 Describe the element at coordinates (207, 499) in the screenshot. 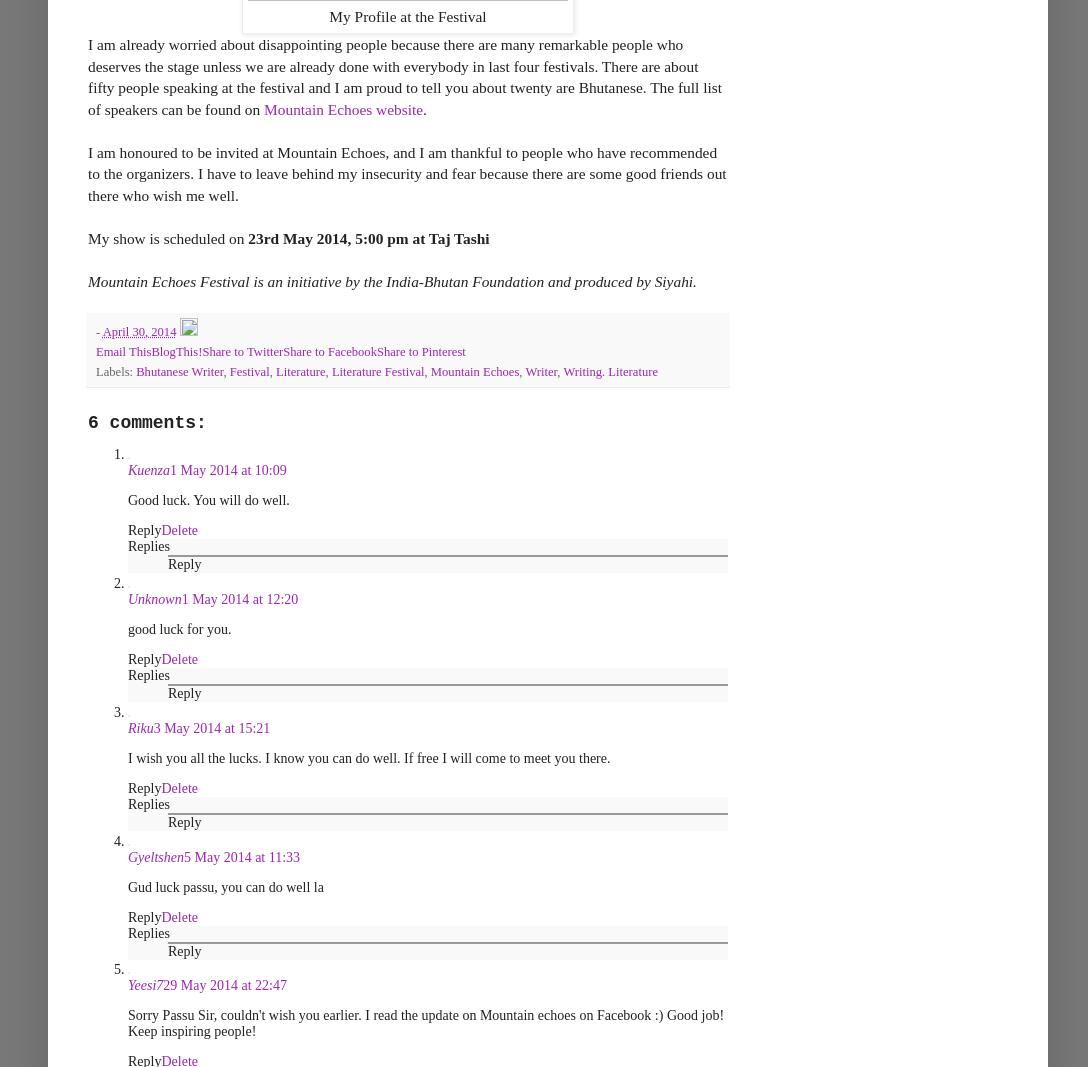

I see `'Good luck. You will do well.'` at that location.